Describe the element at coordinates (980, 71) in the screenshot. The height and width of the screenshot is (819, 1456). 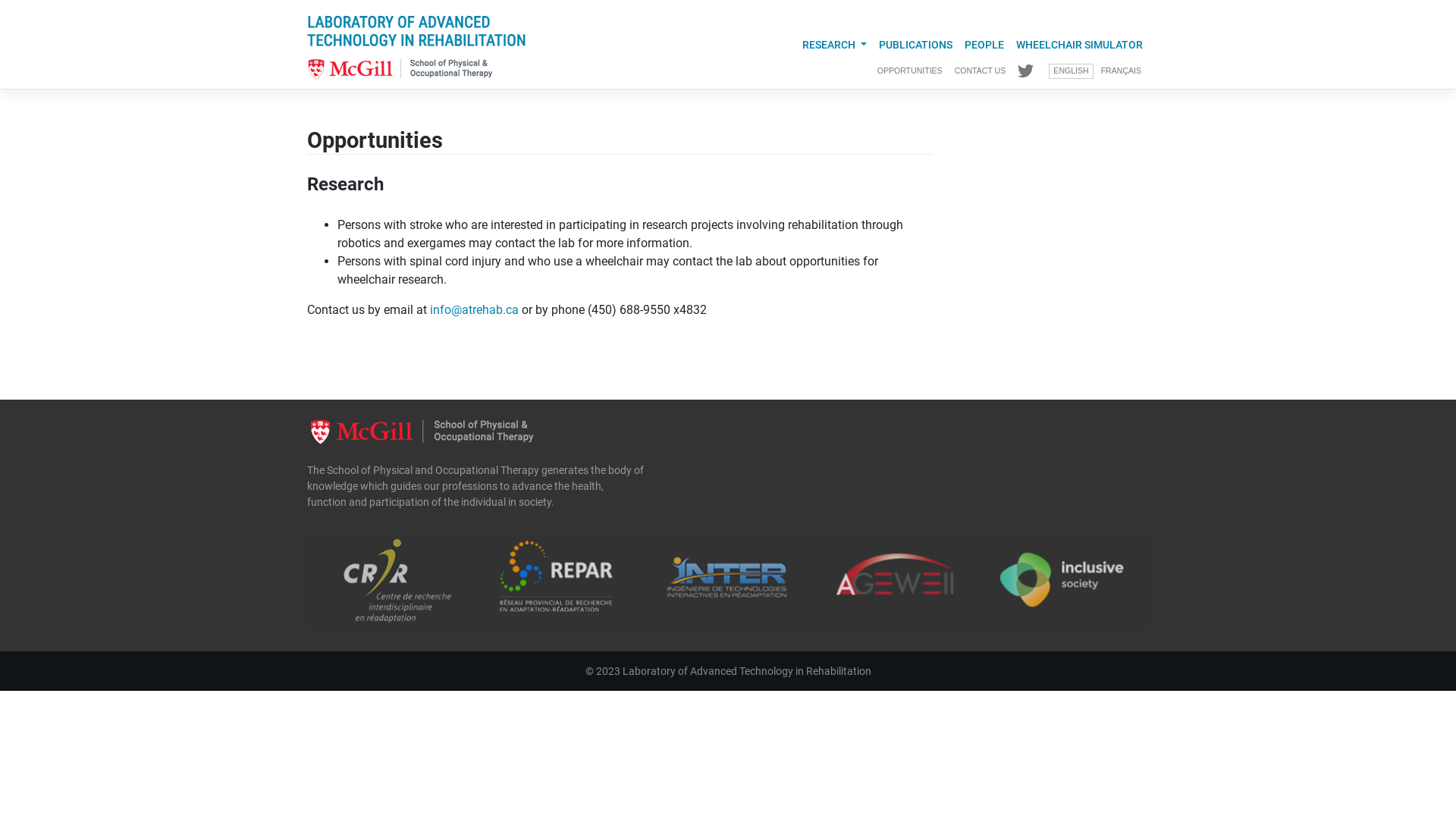
I see `'CONTACT US'` at that location.